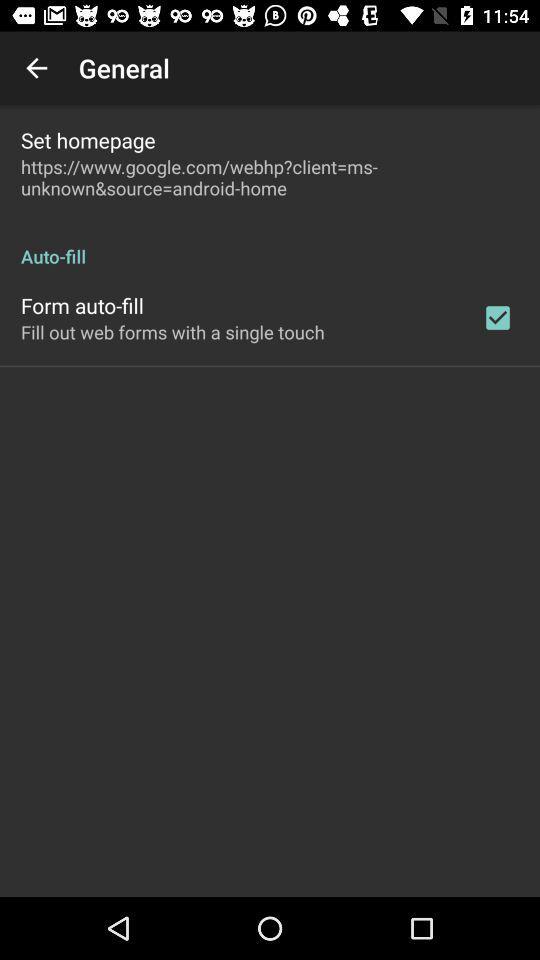 This screenshot has width=540, height=960. Describe the element at coordinates (87, 139) in the screenshot. I see `set homepage icon` at that location.